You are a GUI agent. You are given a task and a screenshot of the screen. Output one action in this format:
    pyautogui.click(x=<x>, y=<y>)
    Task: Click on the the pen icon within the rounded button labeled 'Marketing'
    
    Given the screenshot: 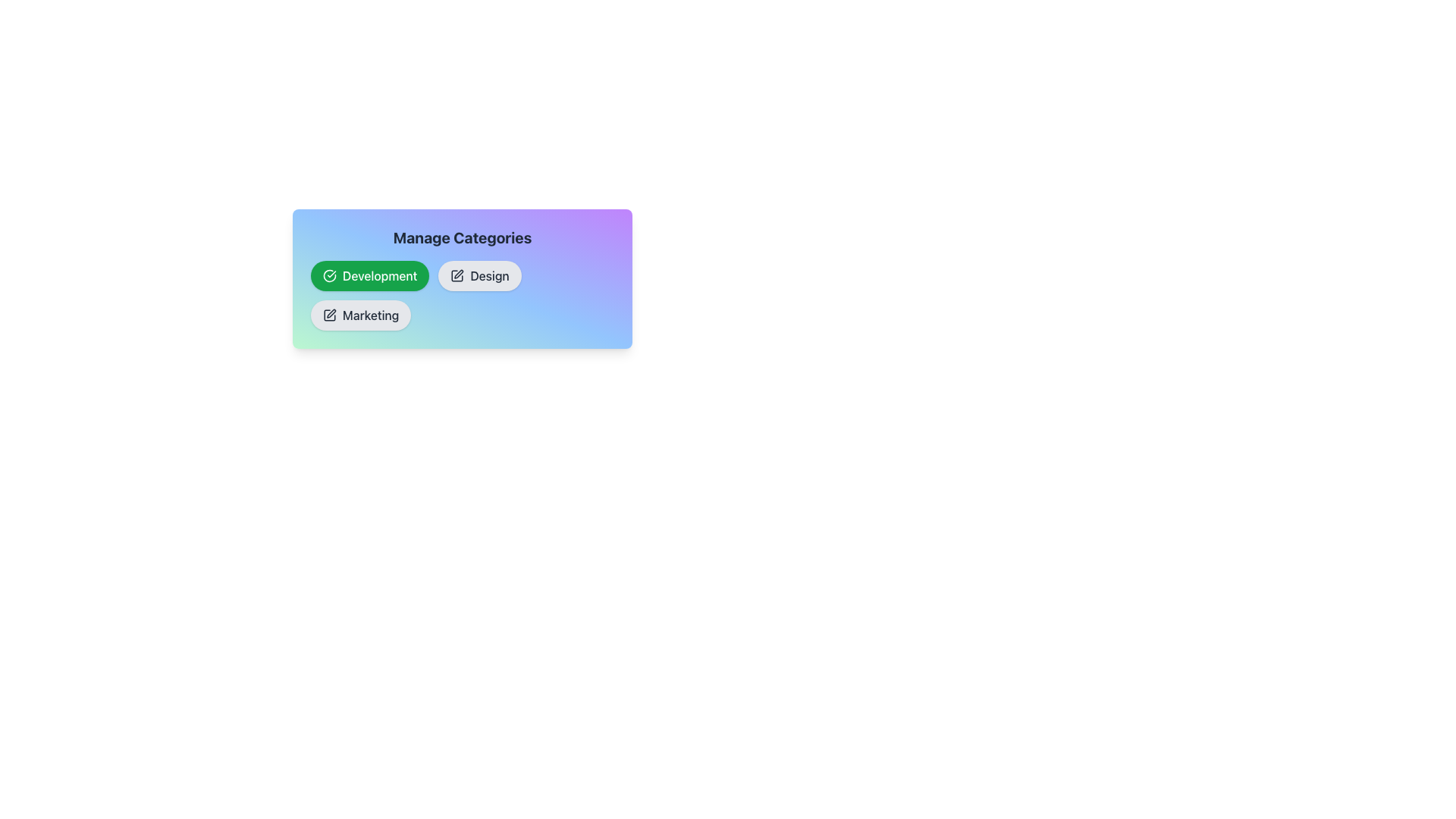 What is the action you would take?
    pyautogui.click(x=329, y=315)
    